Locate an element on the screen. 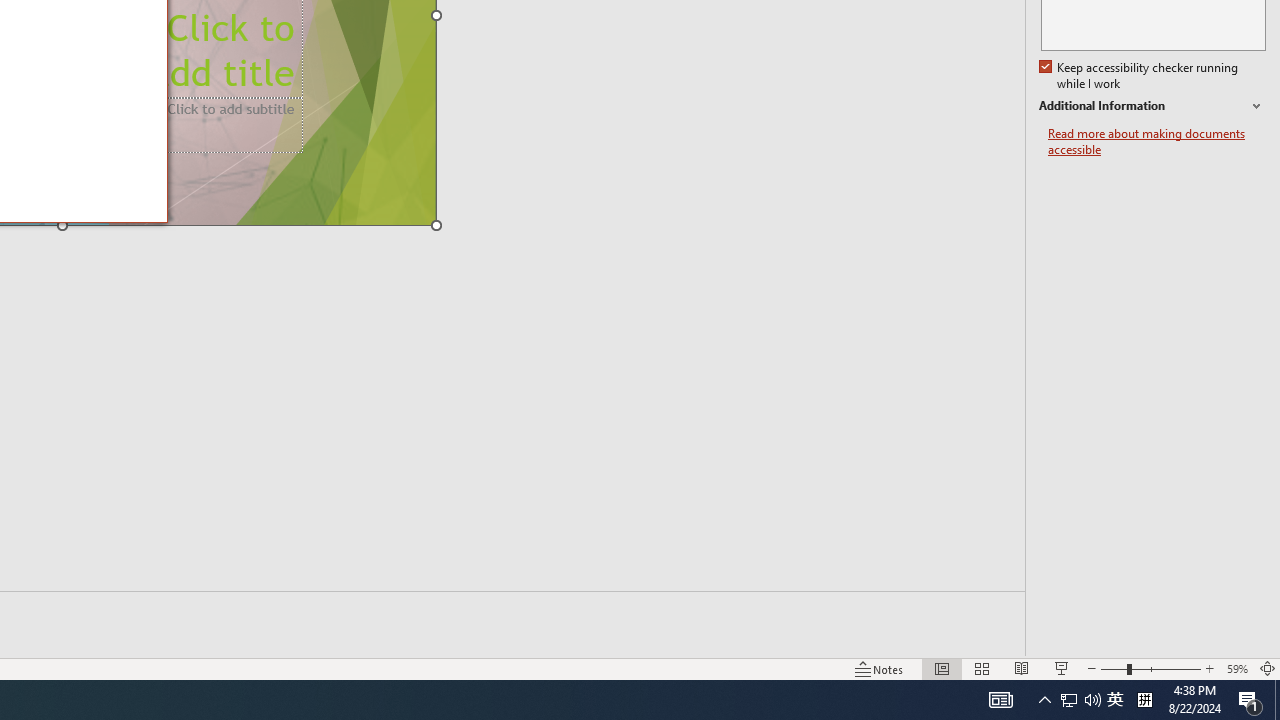  'Show desktop' is located at coordinates (1276, 698).